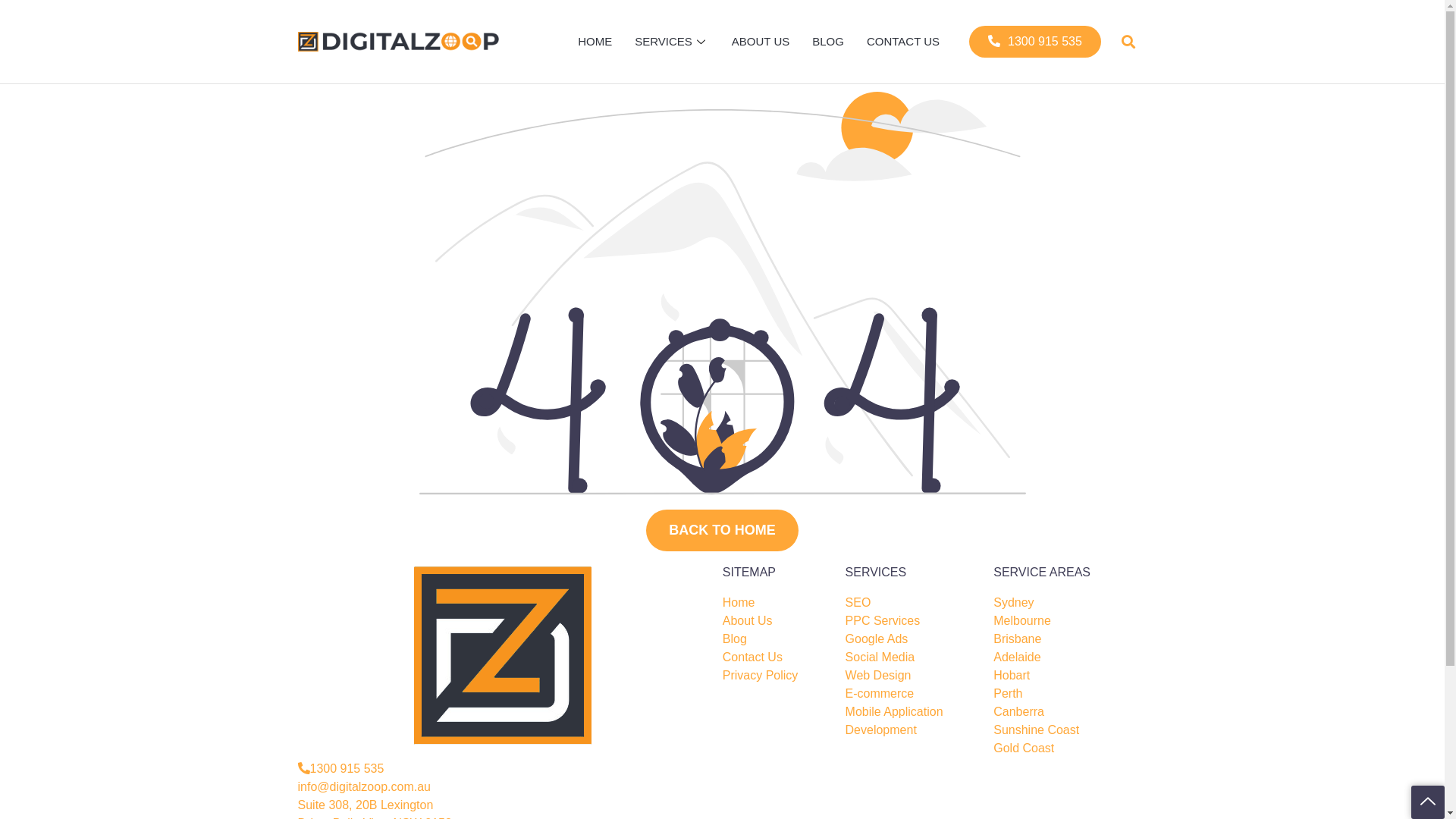 The height and width of the screenshot is (819, 1456). Describe the element at coordinates (645, 529) in the screenshot. I see `'BACK TO HOME'` at that location.